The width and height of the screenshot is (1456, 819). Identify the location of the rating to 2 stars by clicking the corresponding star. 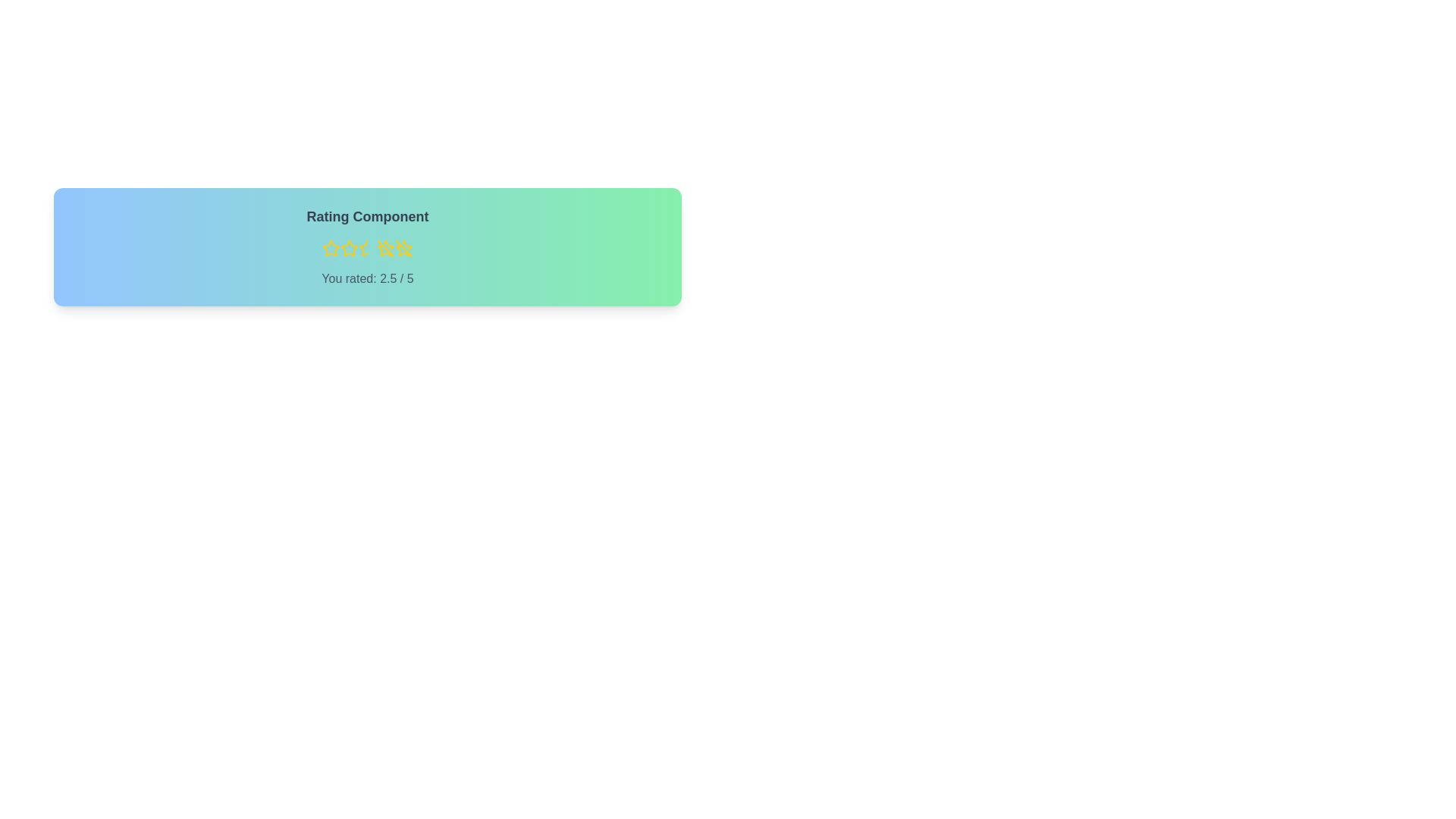
(348, 247).